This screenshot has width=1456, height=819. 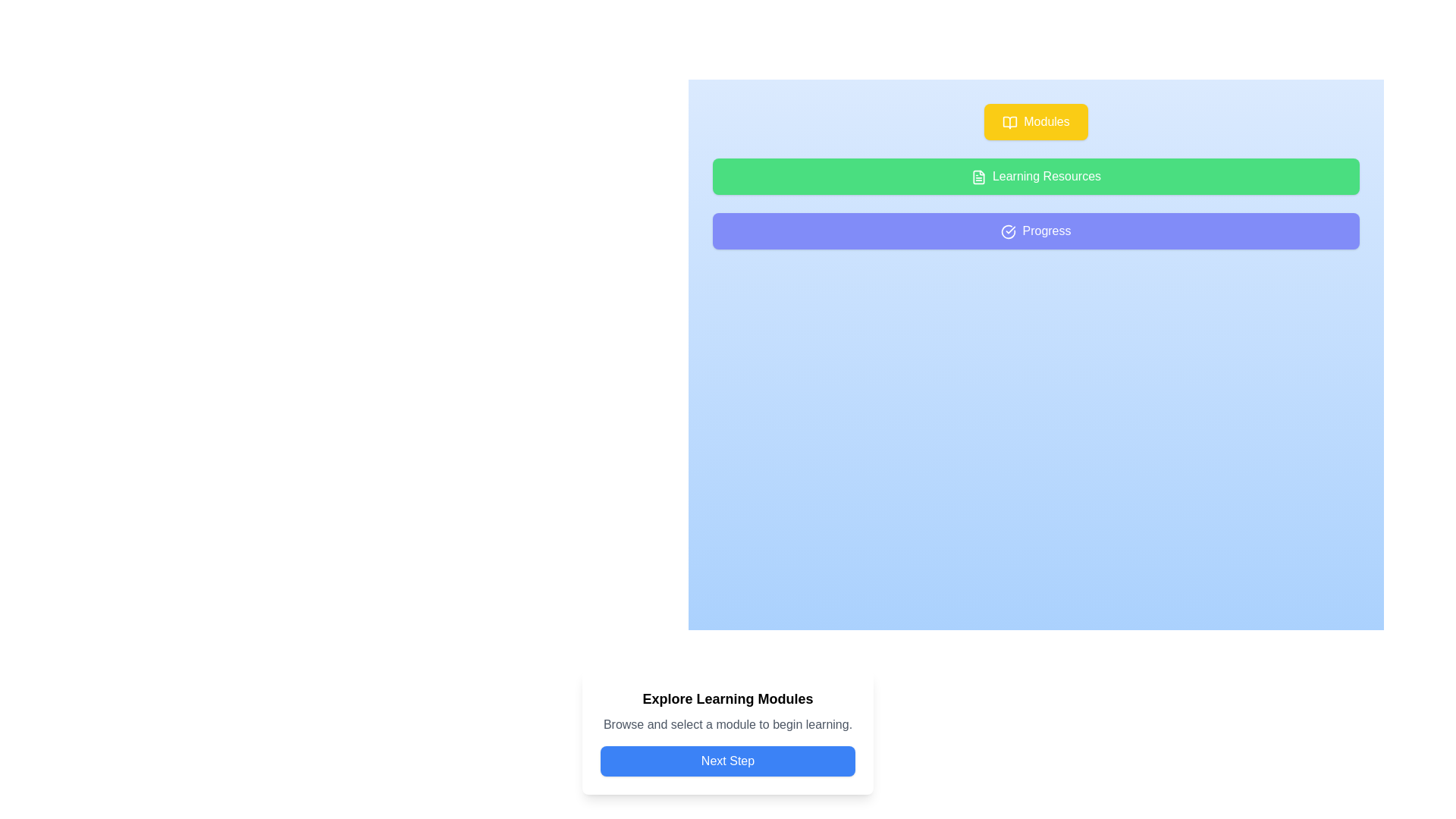 What do you see at coordinates (1035, 175) in the screenshot?
I see `the 'Learning Resources' button, which is the second button in a vertical sequence of three buttons, located below the yellow 'Modules' button and above the blue 'Progress' button` at bounding box center [1035, 175].